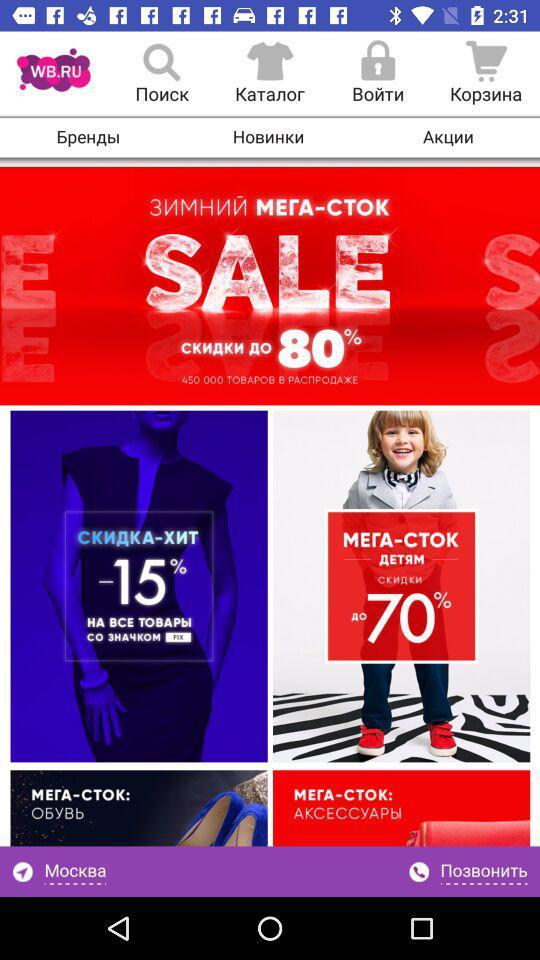 This screenshot has width=540, height=960. Describe the element at coordinates (161, 74) in the screenshot. I see `the search icon which is right to the wbru` at that location.